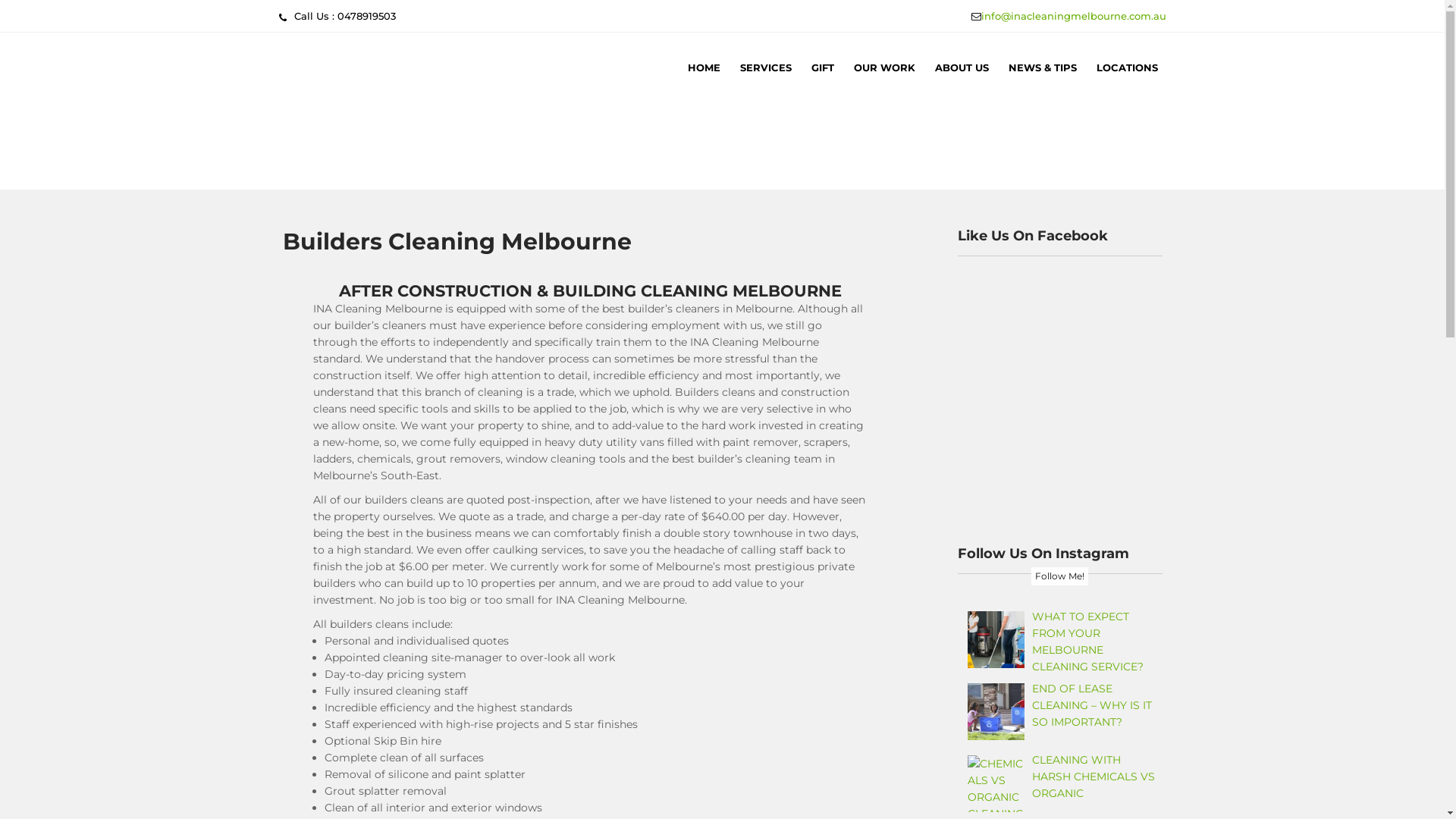 Image resolution: width=1456 pixels, height=819 pixels. I want to click on 'Follow Me!', so click(1031, 576).